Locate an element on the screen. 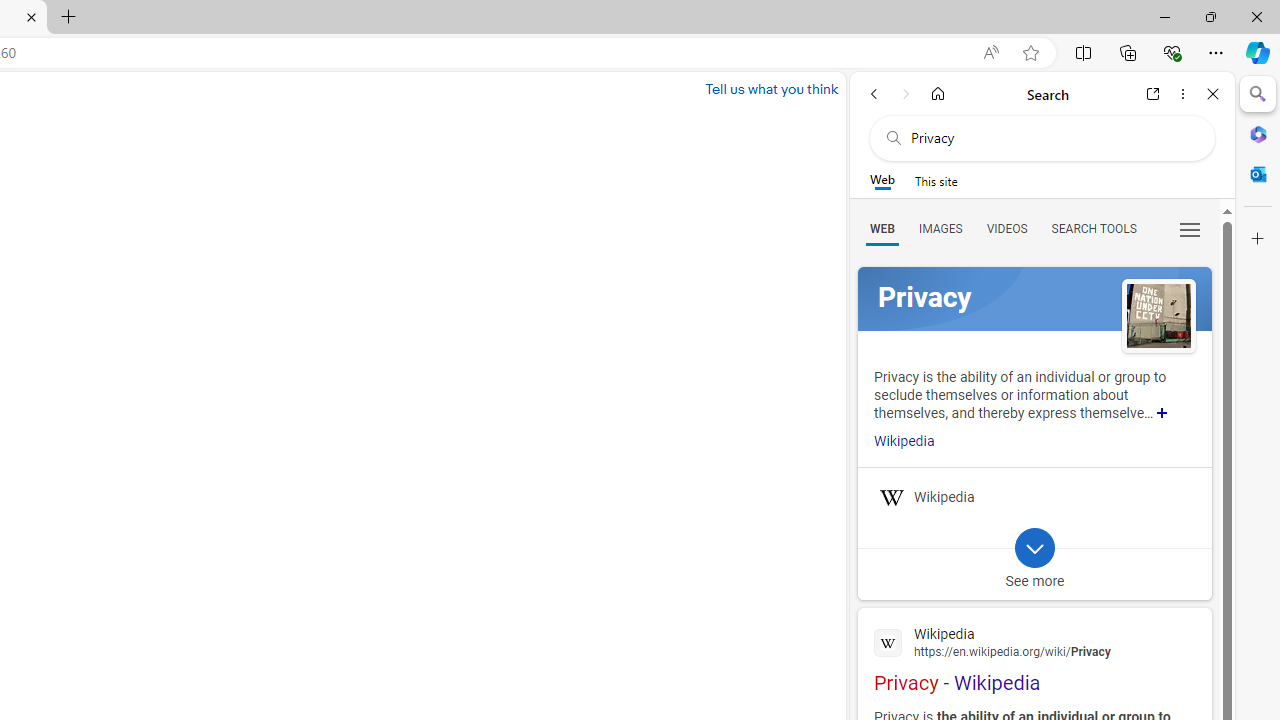  'Web scope' is located at coordinates (881, 180).